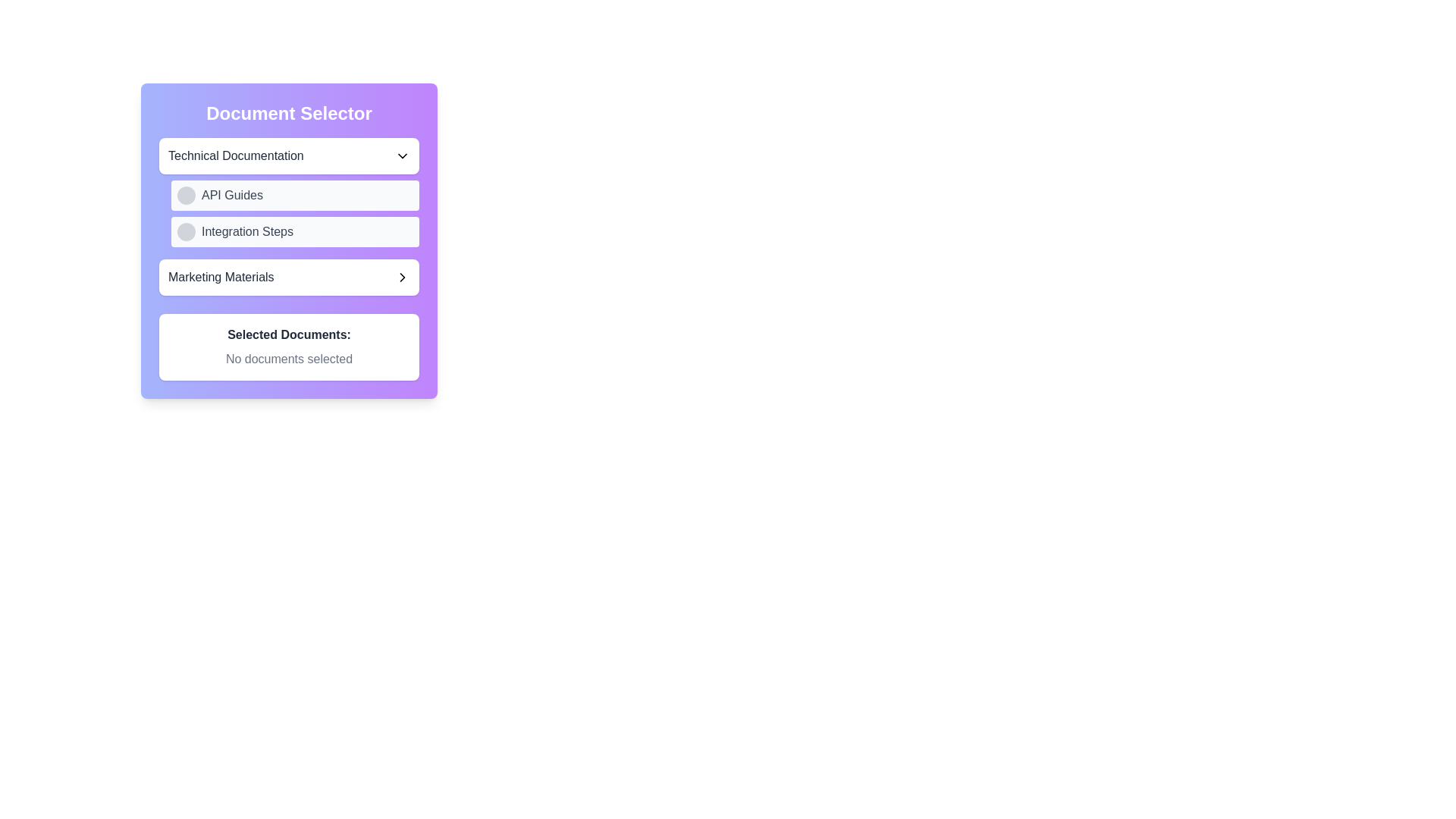 The height and width of the screenshot is (819, 1456). What do you see at coordinates (295, 231) in the screenshot?
I see `the second option in the 'Technical Documentation' dropdown list, which is directly below the 'API Guides' option` at bounding box center [295, 231].